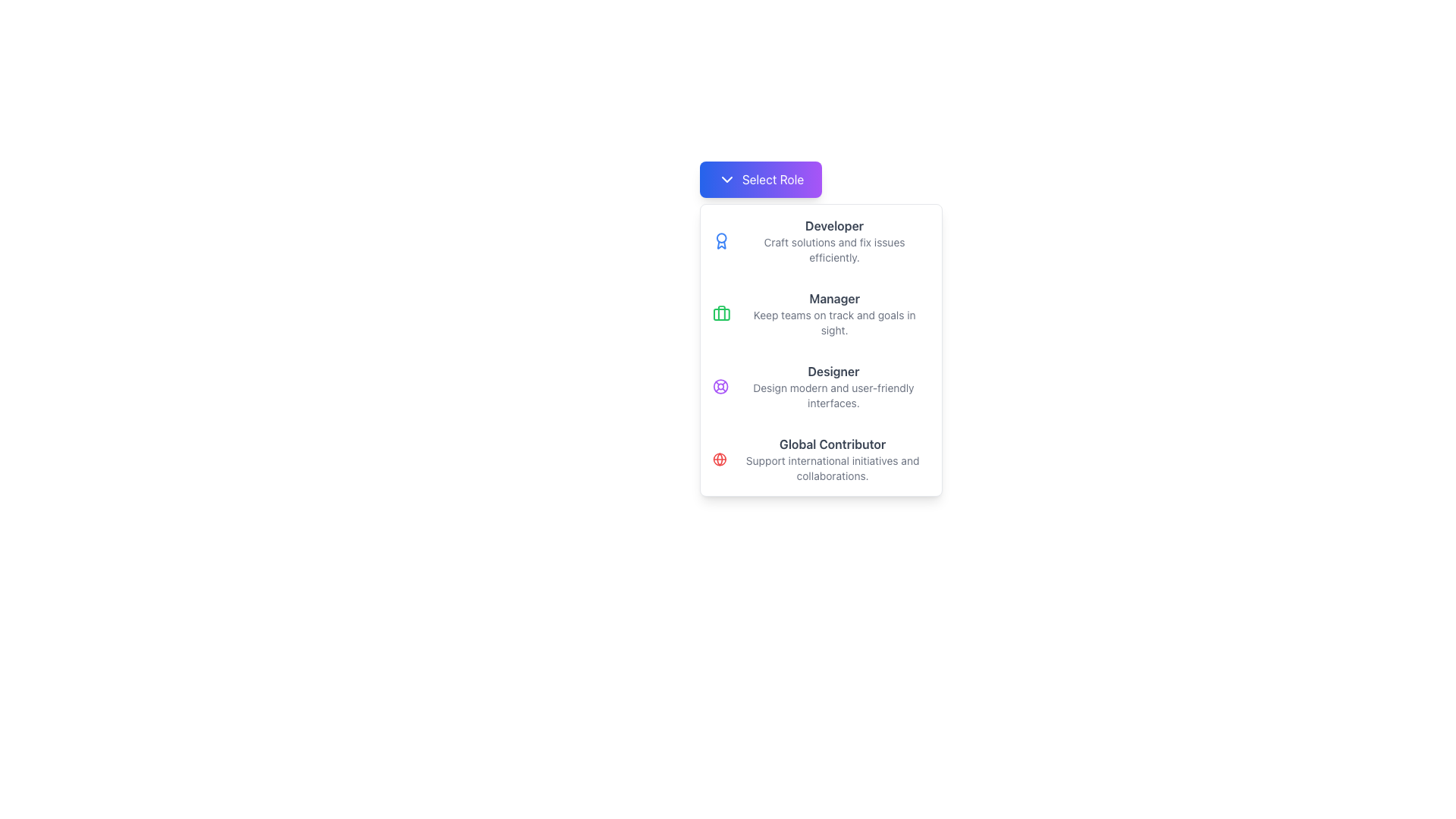 This screenshot has height=819, width=1456. What do you see at coordinates (833, 322) in the screenshot?
I see `the static text that describes the responsibilities and focus of the 'Manager' role, located as the second line under the 'Manager' category in the role selection list` at bounding box center [833, 322].